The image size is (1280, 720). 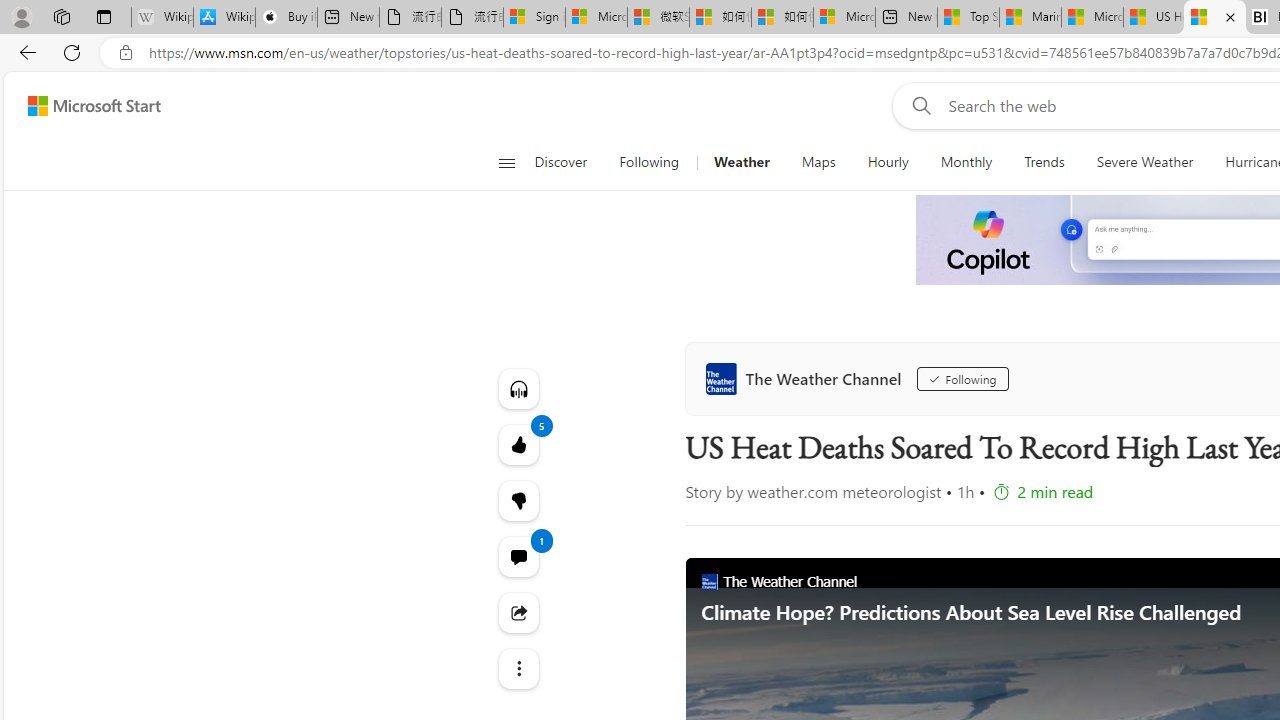 I want to click on 'Discover', so click(x=567, y=162).